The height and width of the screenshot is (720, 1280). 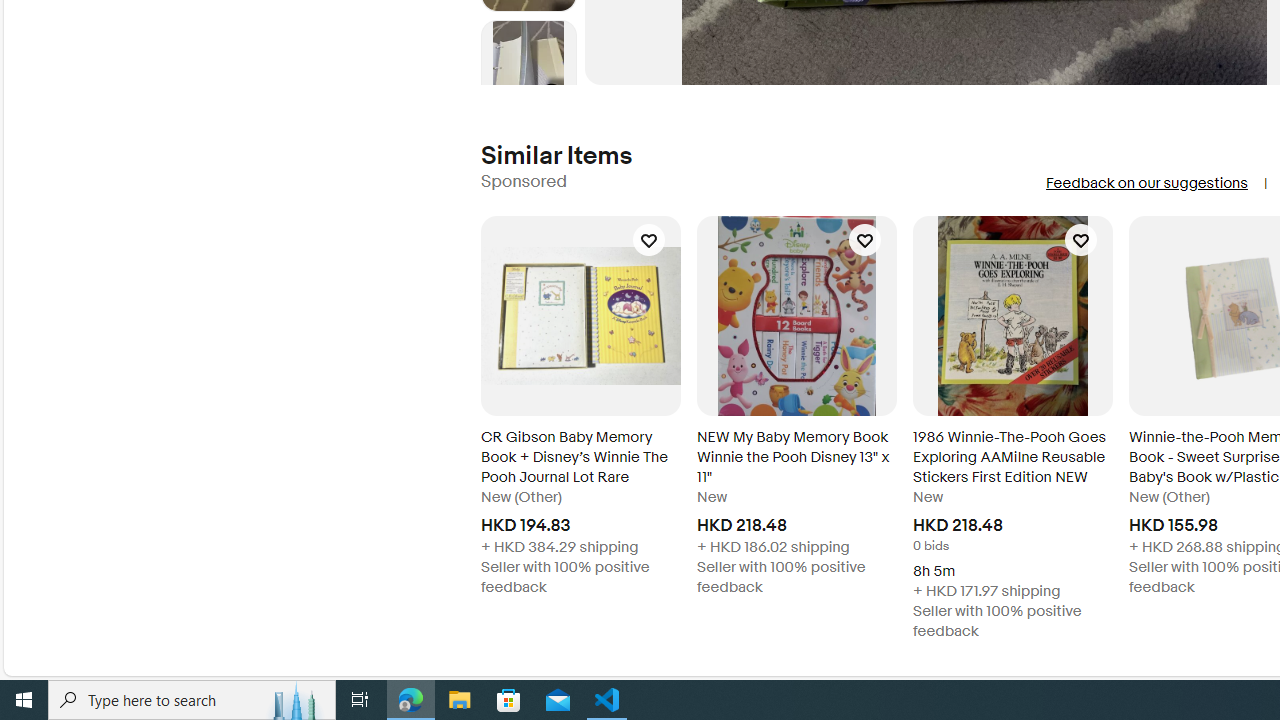 What do you see at coordinates (1146, 183) in the screenshot?
I see `'Feedback on our suggestions'` at bounding box center [1146, 183].